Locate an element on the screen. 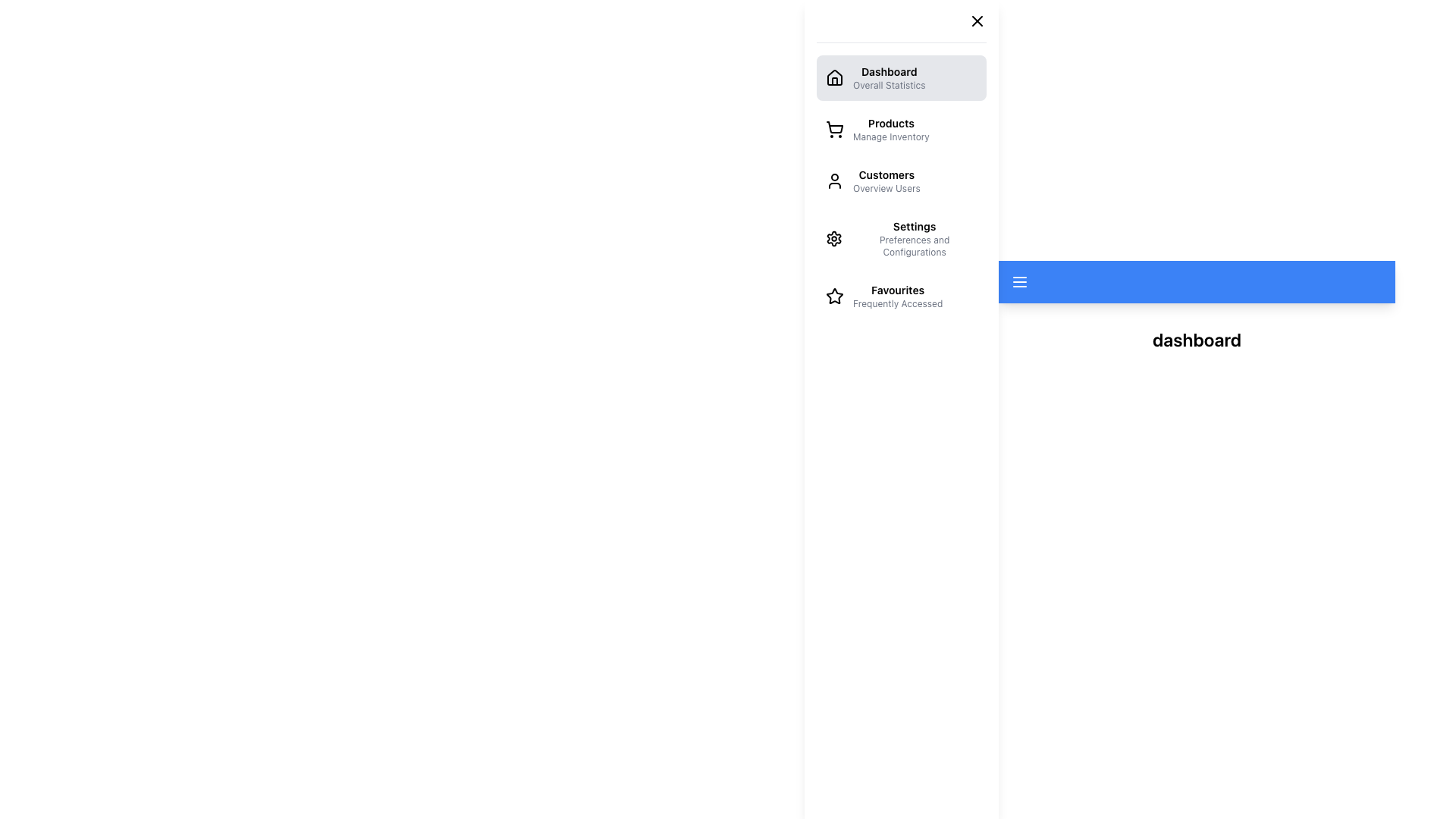  the navigation link labeled 'Favourites' in the left side menu panel, which is positioned as the fourth item in the list below 'Settings Preferences and Configurations' is located at coordinates (898, 296).